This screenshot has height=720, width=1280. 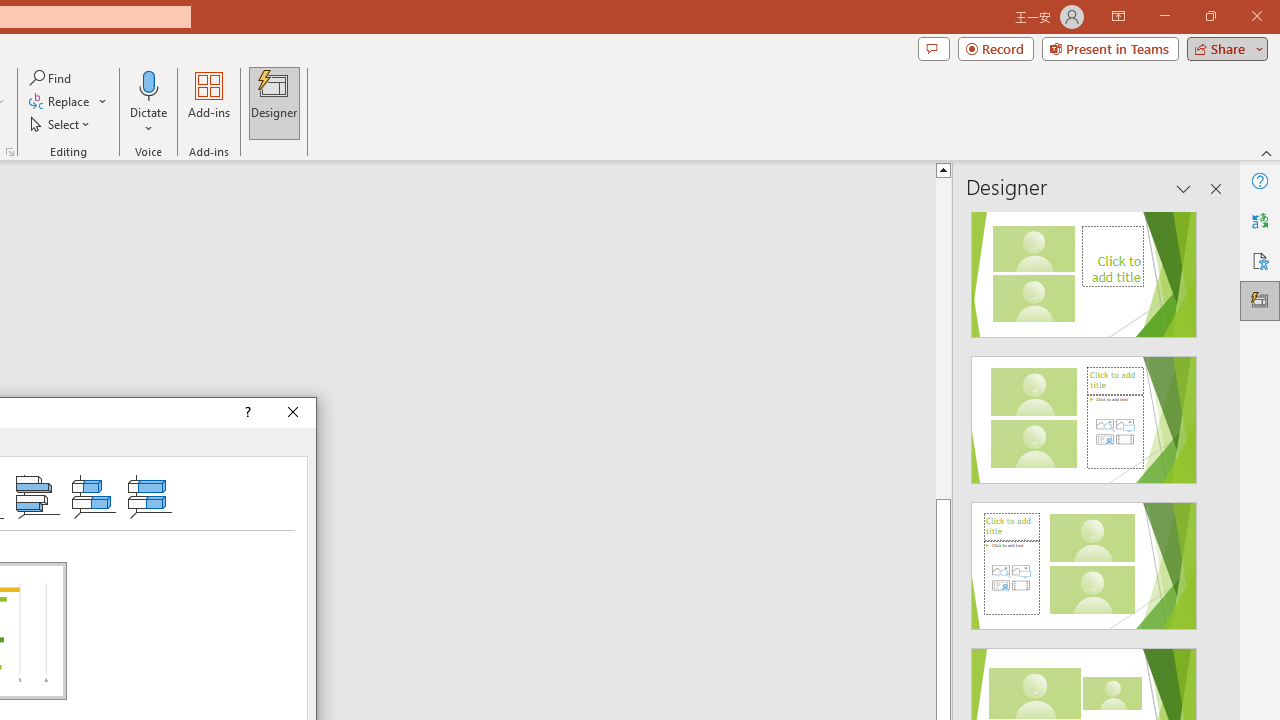 I want to click on 'Select', so click(x=61, y=124).